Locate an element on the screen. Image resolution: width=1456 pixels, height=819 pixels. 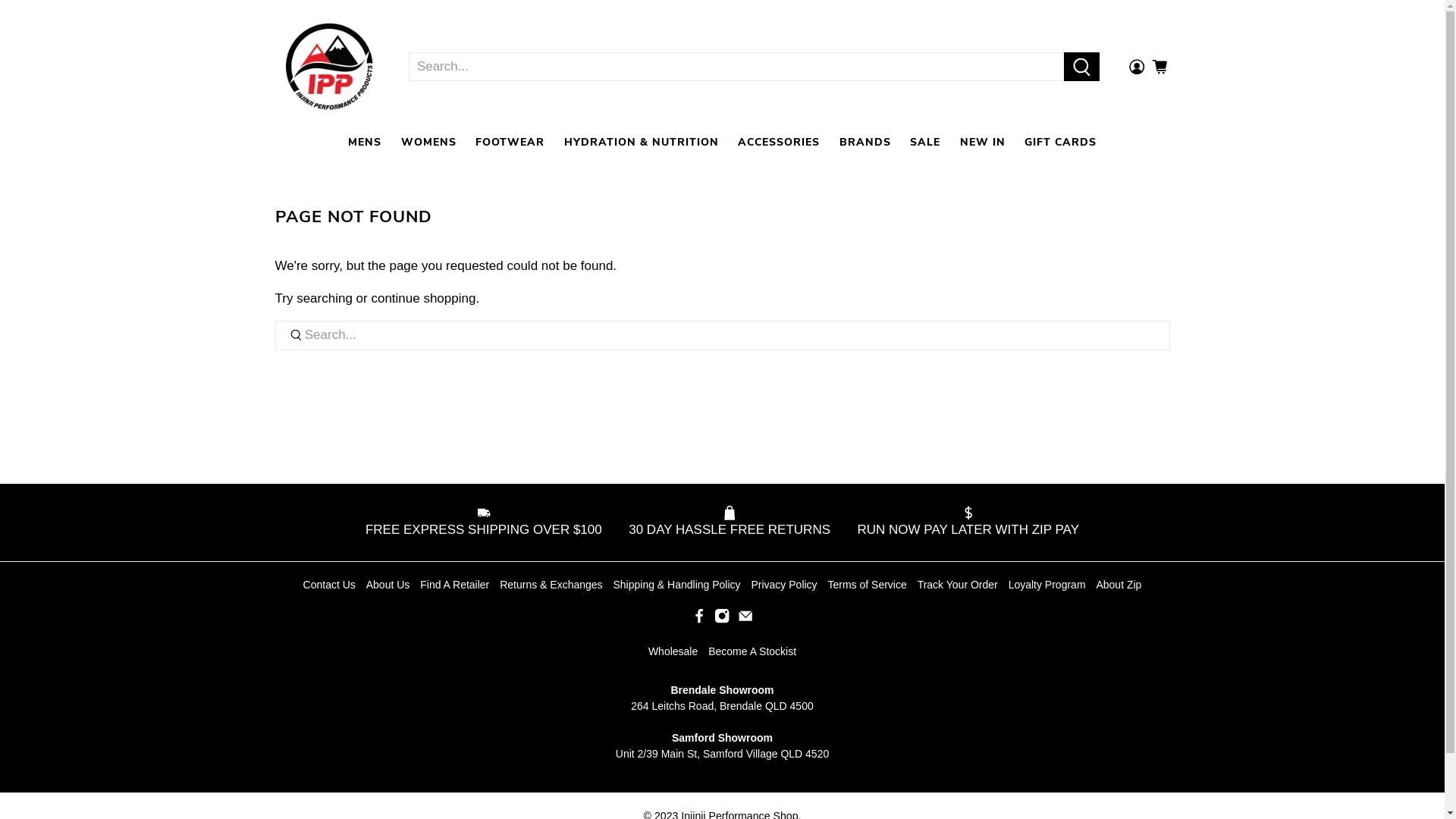
'Loyalty Program' is located at coordinates (1046, 584).